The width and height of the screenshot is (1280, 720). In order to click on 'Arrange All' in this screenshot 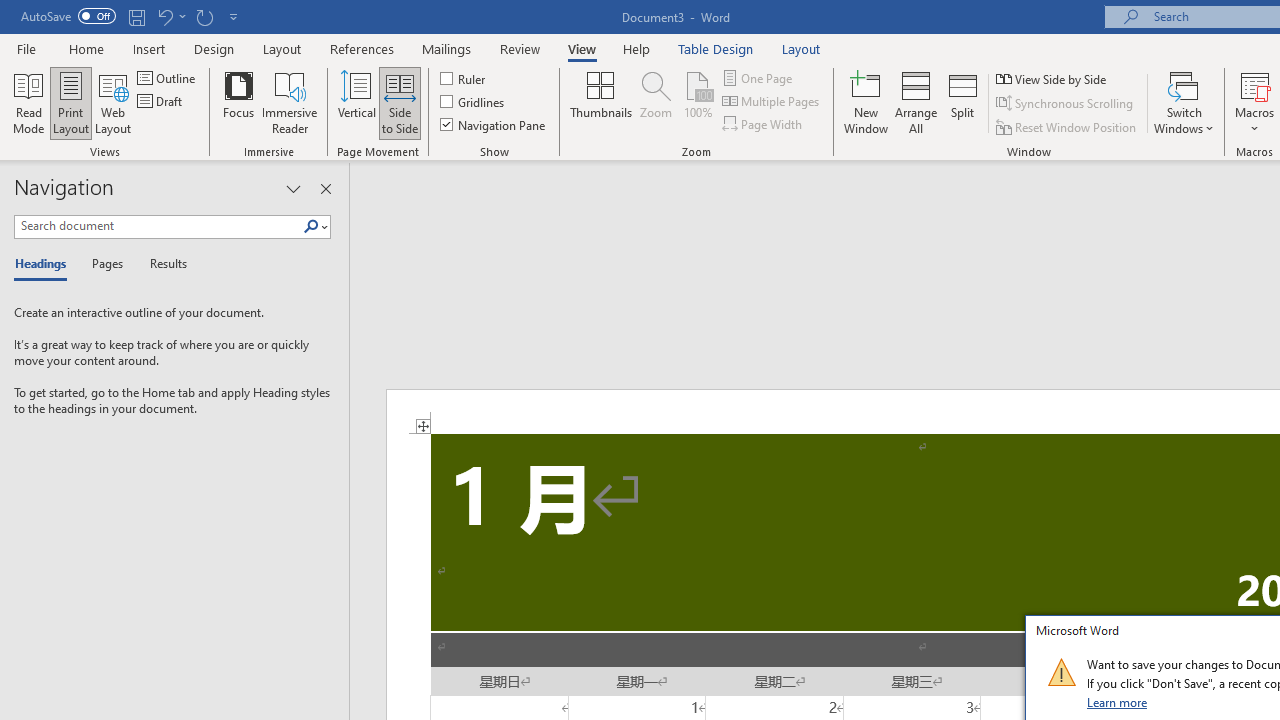, I will do `click(915, 103)`.